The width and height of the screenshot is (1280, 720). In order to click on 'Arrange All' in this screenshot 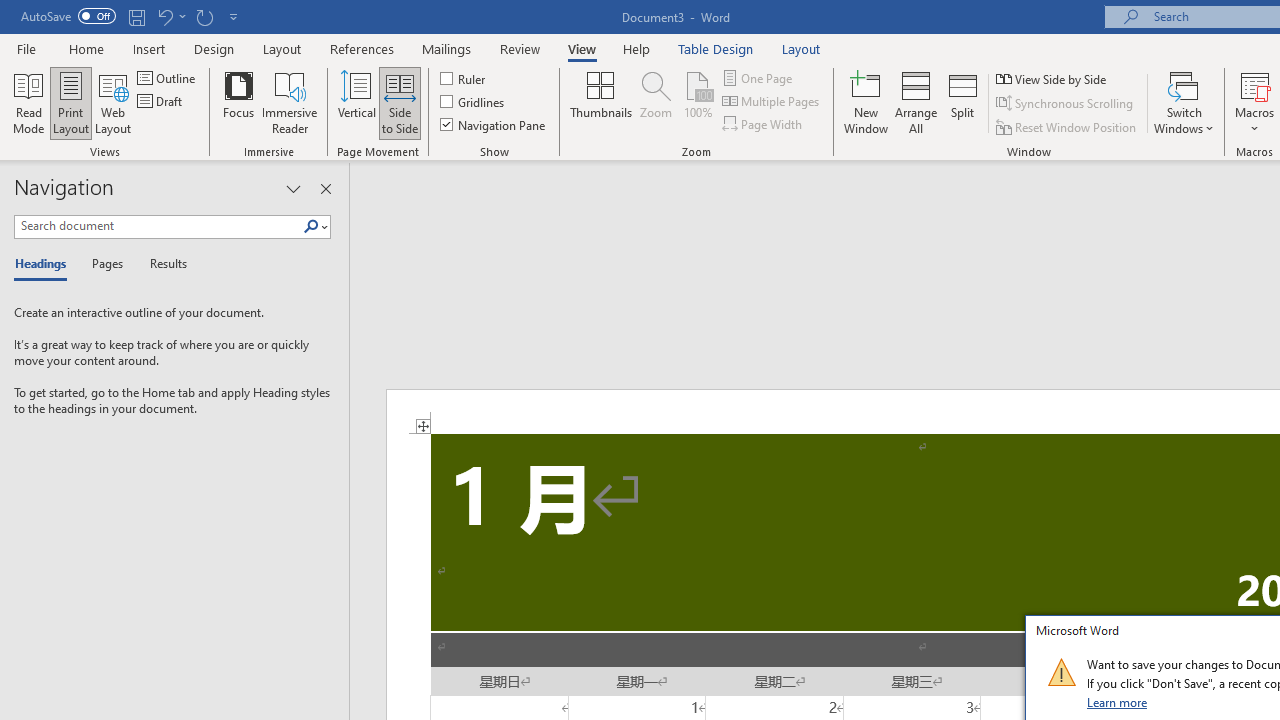, I will do `click(915, 103)`.